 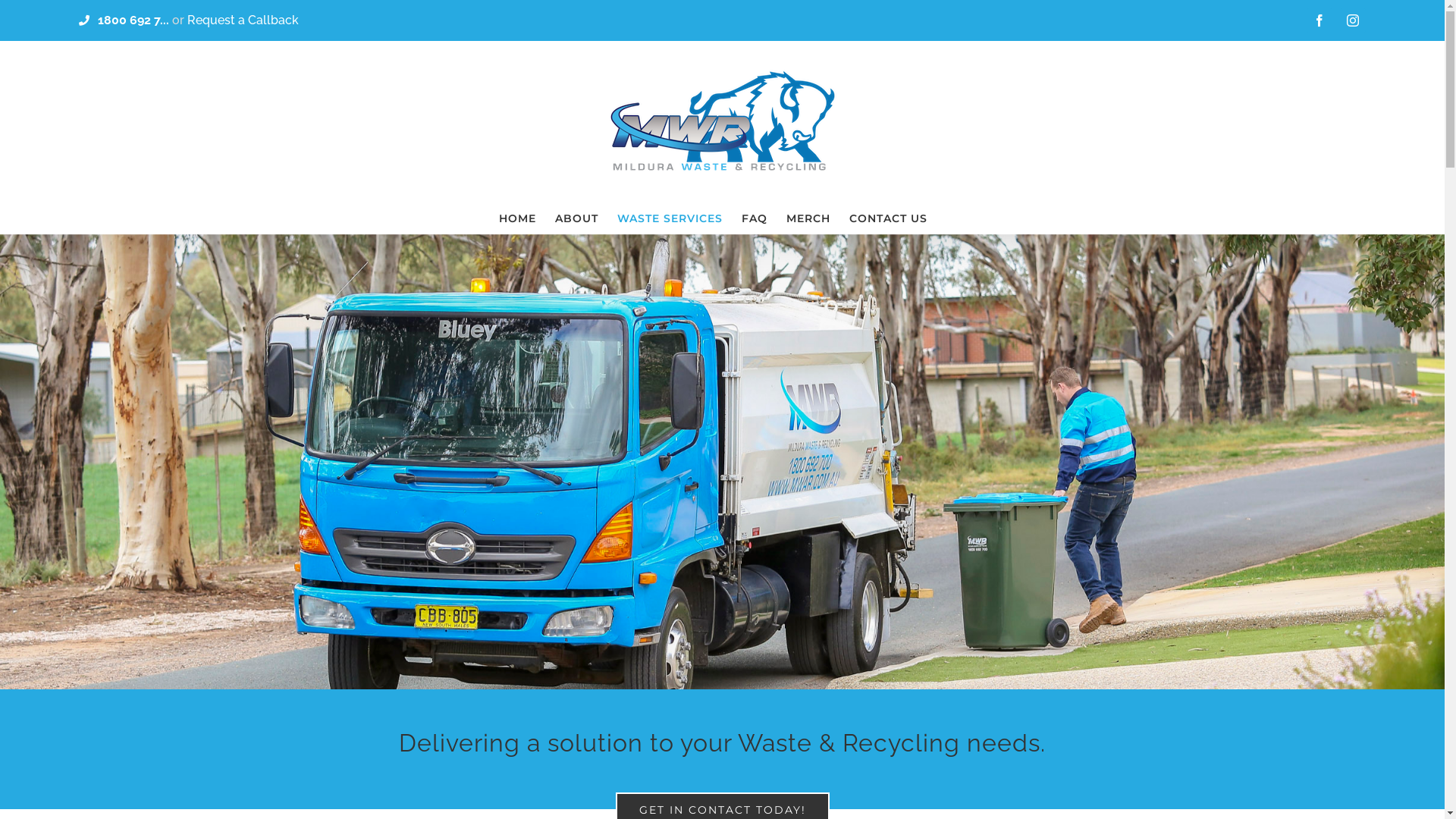 What do you see at coordinates (517, 218) in the screenshot?
I see `'HOME'` at bounding box center [517, 218].